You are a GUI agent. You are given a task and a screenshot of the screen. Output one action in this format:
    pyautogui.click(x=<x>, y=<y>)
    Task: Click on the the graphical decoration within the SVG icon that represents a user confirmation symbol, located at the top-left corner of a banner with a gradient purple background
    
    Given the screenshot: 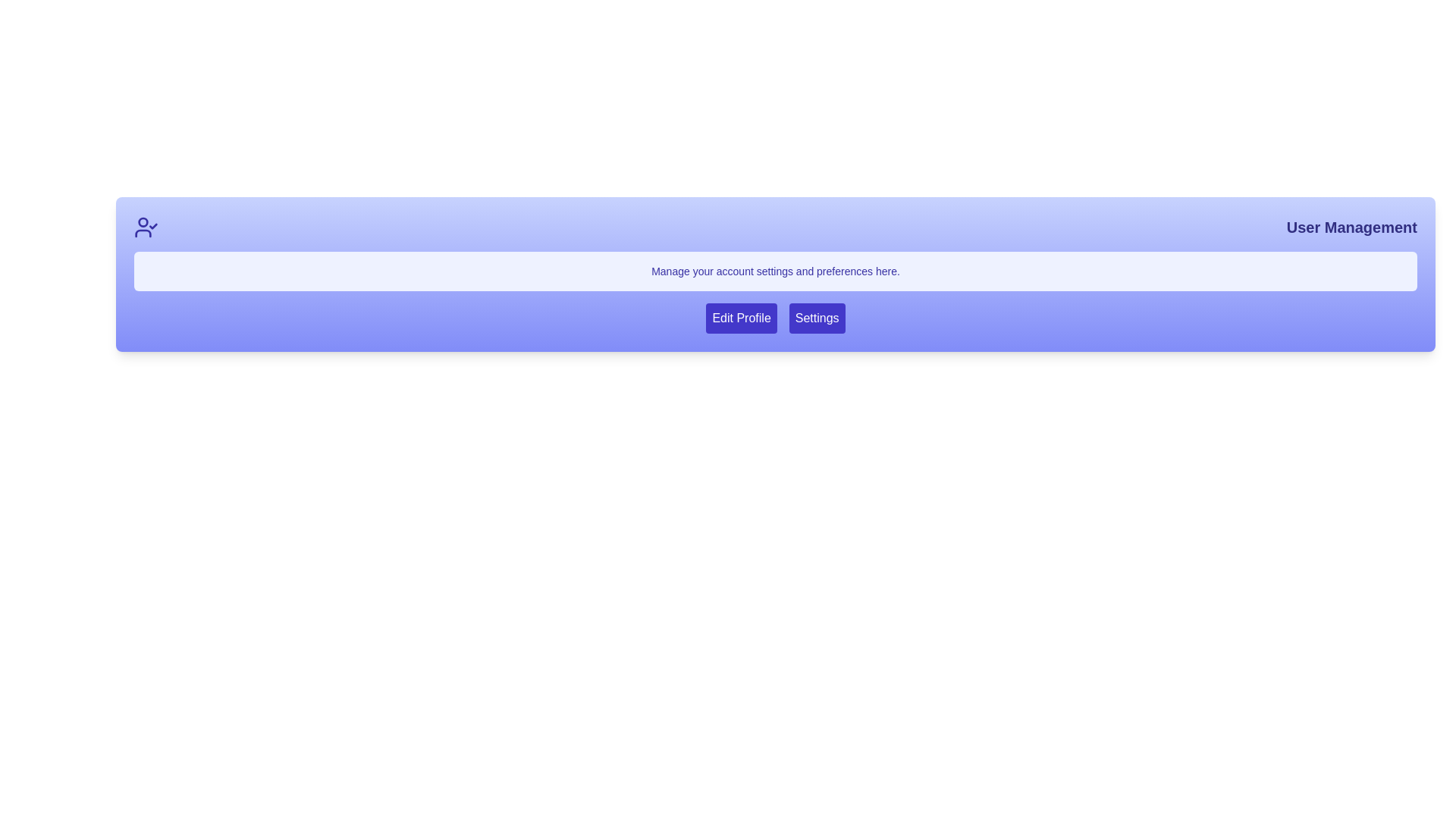 What is the action you would take?
    pyautogui.click(x=143, y=234)
    